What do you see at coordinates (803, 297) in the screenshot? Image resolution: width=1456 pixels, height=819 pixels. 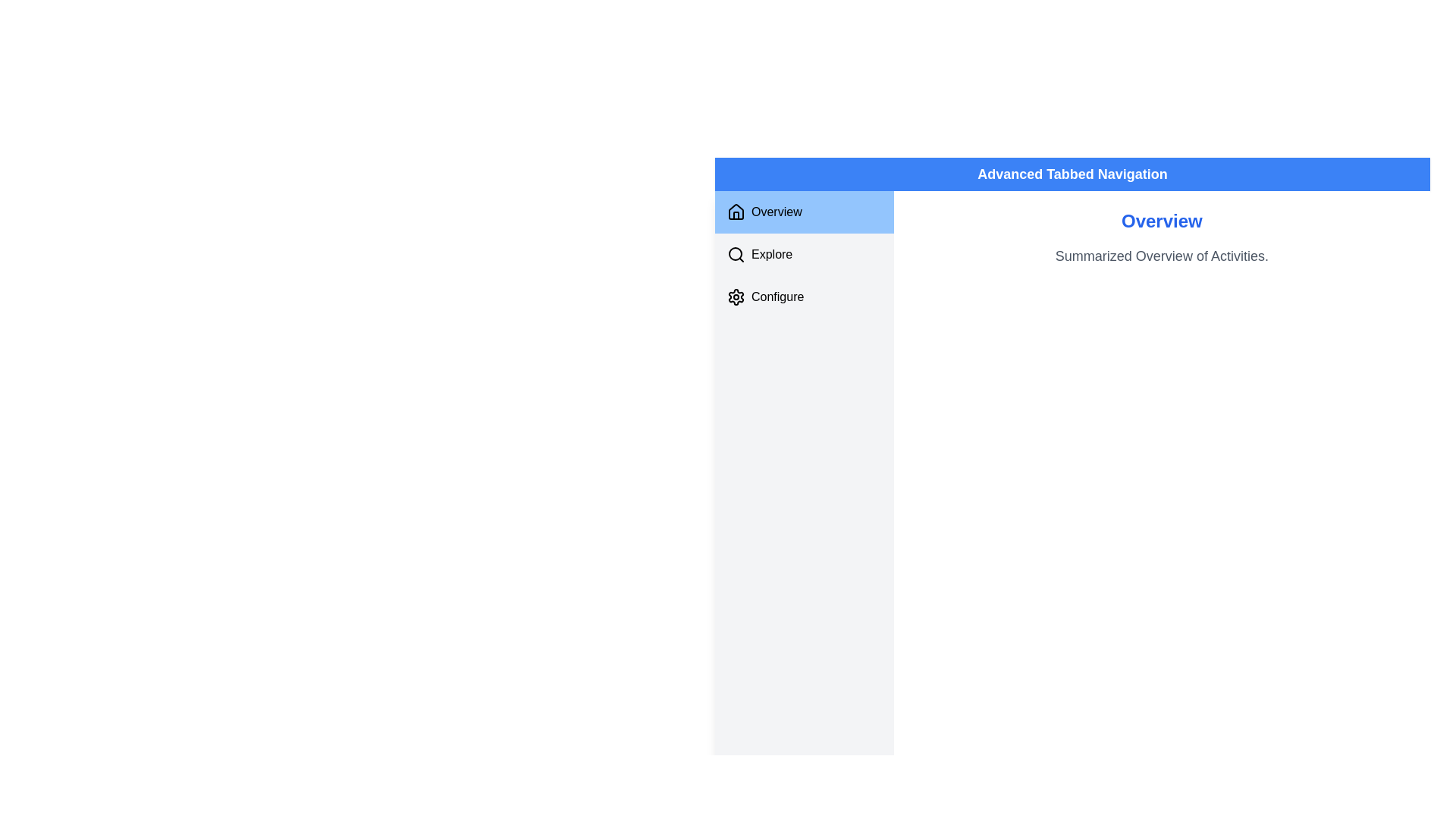 I see `the configuration settings button, which is the third option in the vertical list of menu items located in the sidebar under 'Explore'` at bounding box center [803, 297].